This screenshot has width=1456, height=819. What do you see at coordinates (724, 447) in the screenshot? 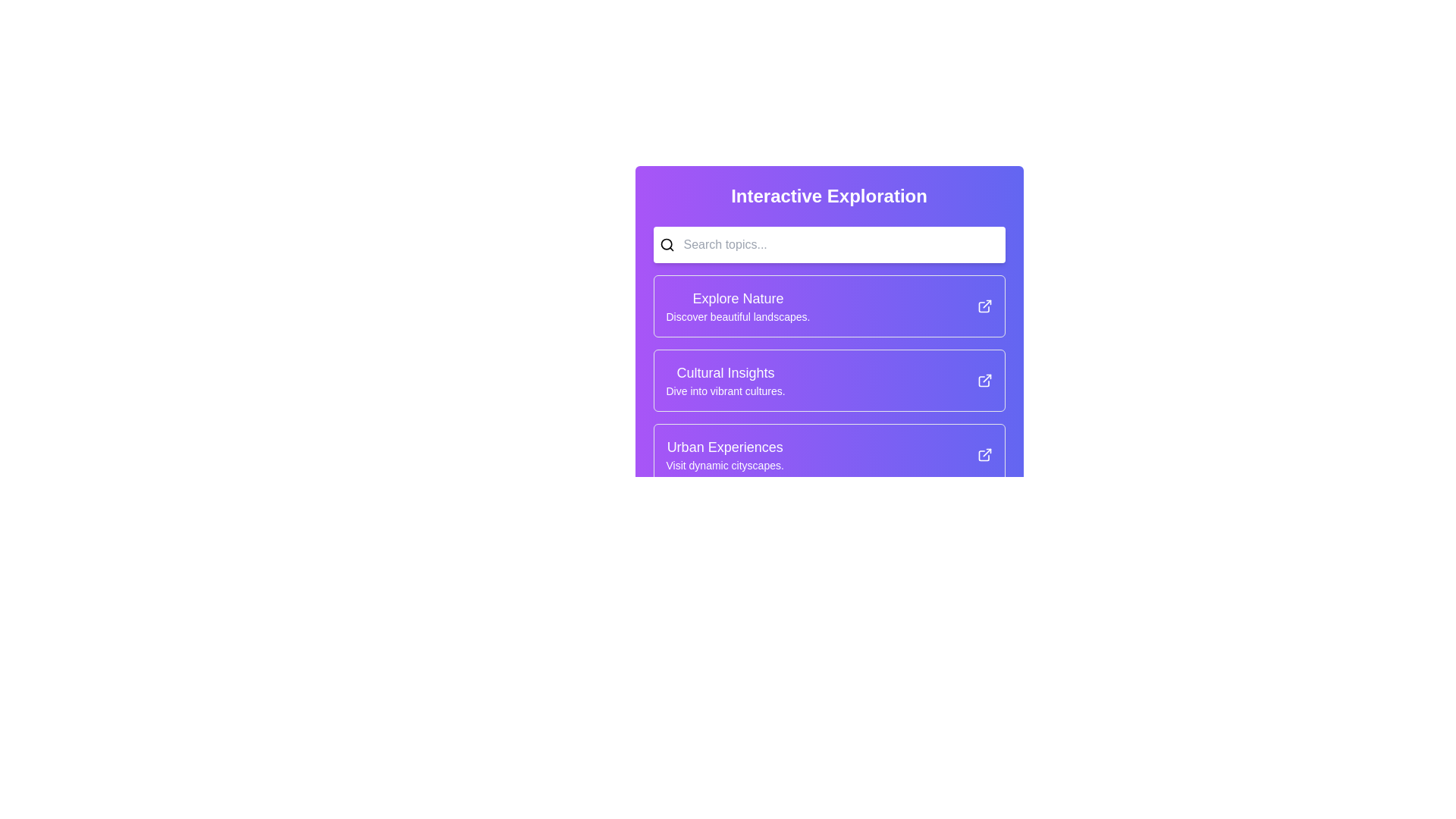
I see `the bold text label displaying 'Urban Experiences', which is centrally aligned in a gradient purple box at the top of the third rectangular section of the interface` at bounding box center [724, 447].